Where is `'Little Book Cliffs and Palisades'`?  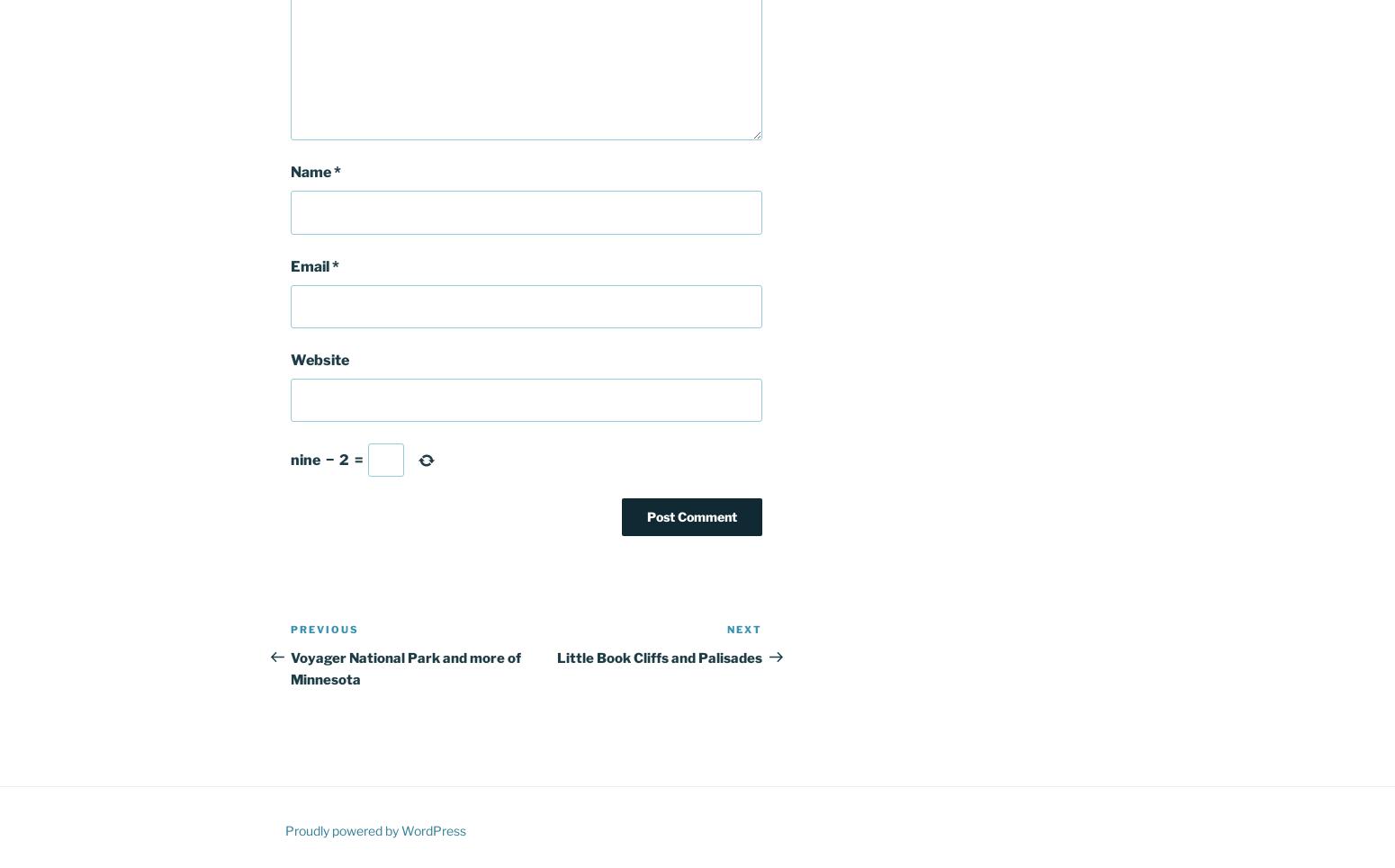 'Little Book Cliffs and Palisades' is located at coordinates (557, 657).